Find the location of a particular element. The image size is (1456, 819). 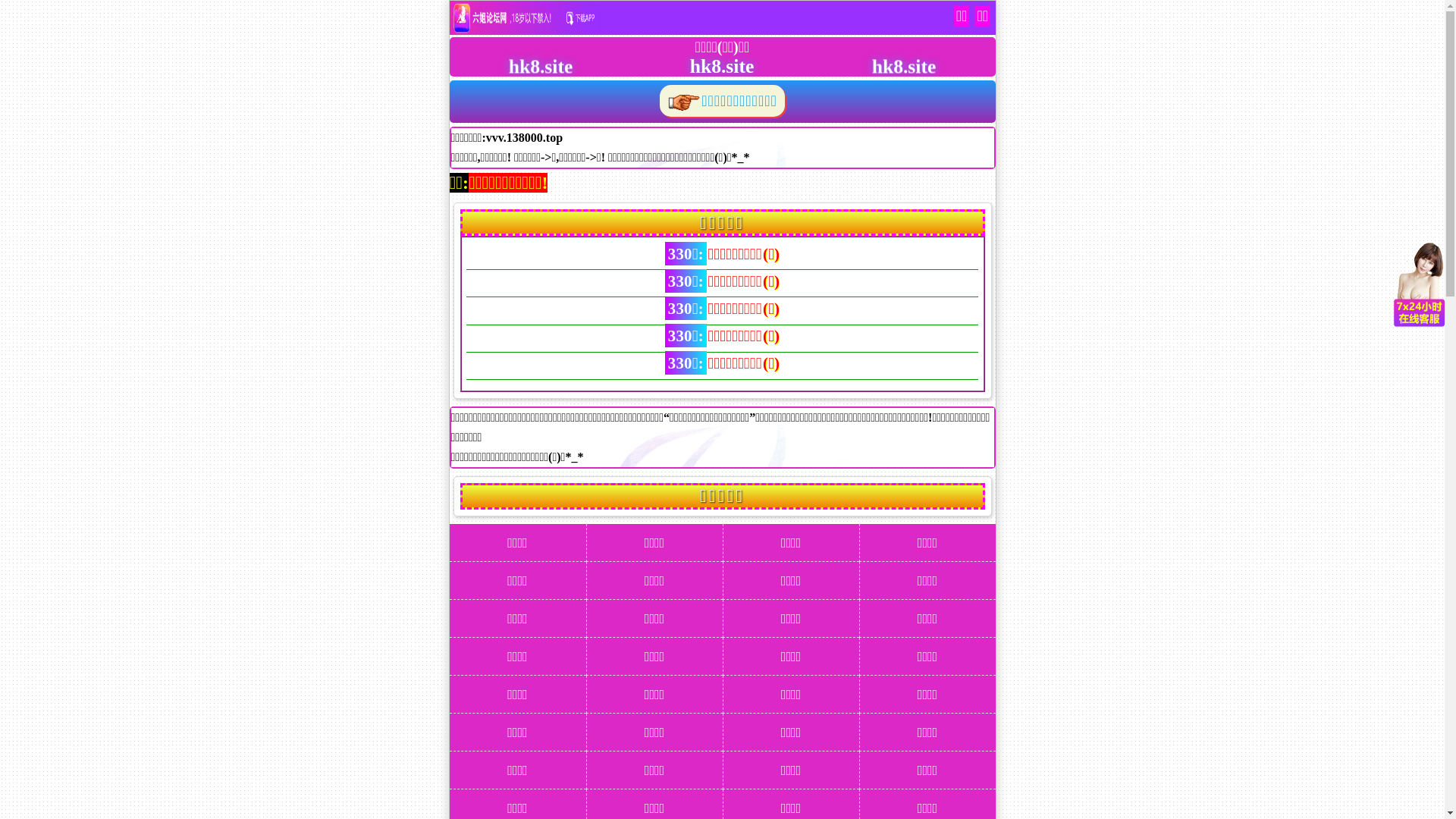

'hk8.site' is located at coordinates (524, 64).